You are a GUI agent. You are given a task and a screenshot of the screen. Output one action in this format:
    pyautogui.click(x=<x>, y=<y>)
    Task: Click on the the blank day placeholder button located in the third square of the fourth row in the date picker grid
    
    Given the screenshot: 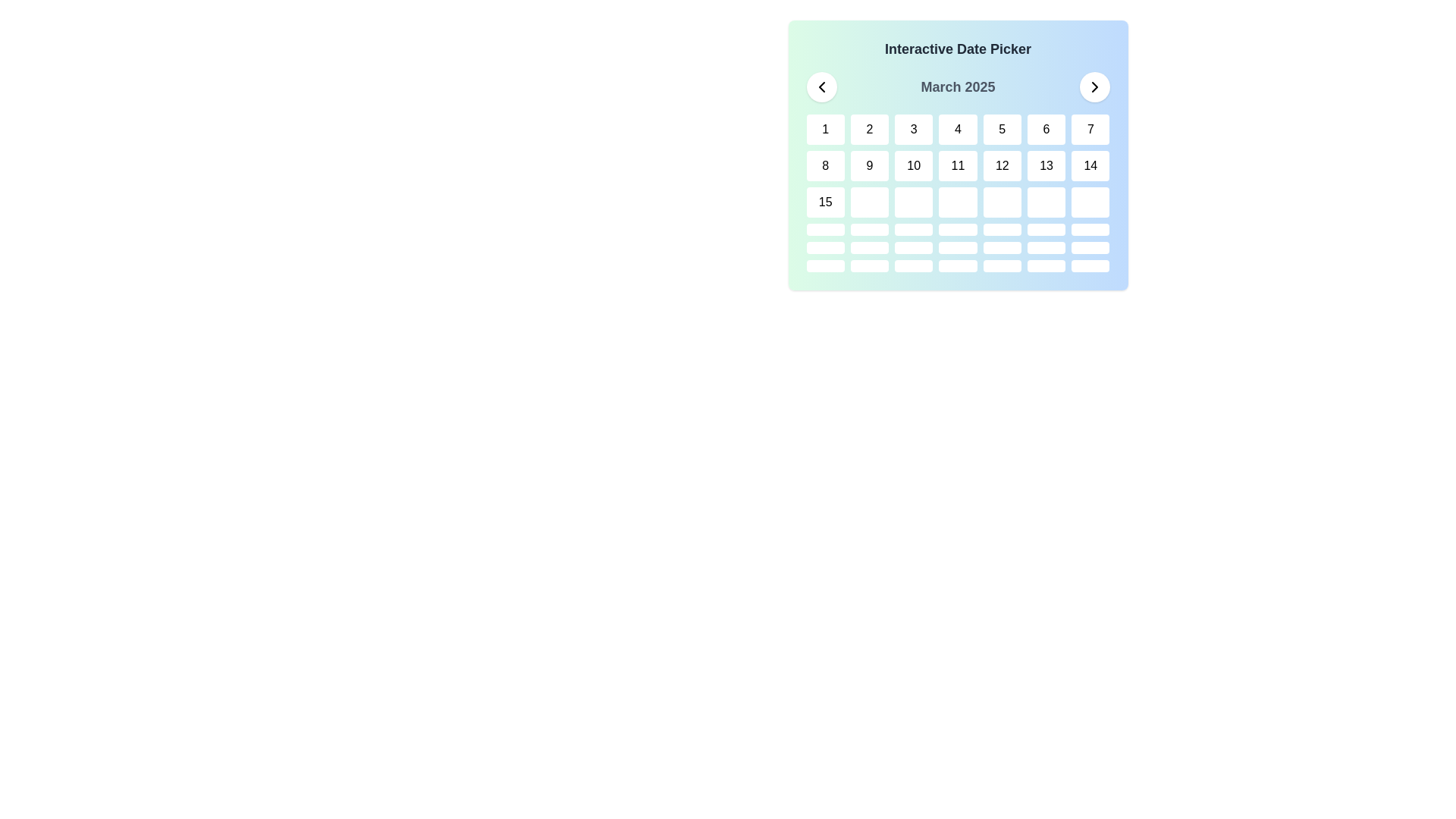 What is the action you would take?
    pyautogui.click(x=913, y=201)
    